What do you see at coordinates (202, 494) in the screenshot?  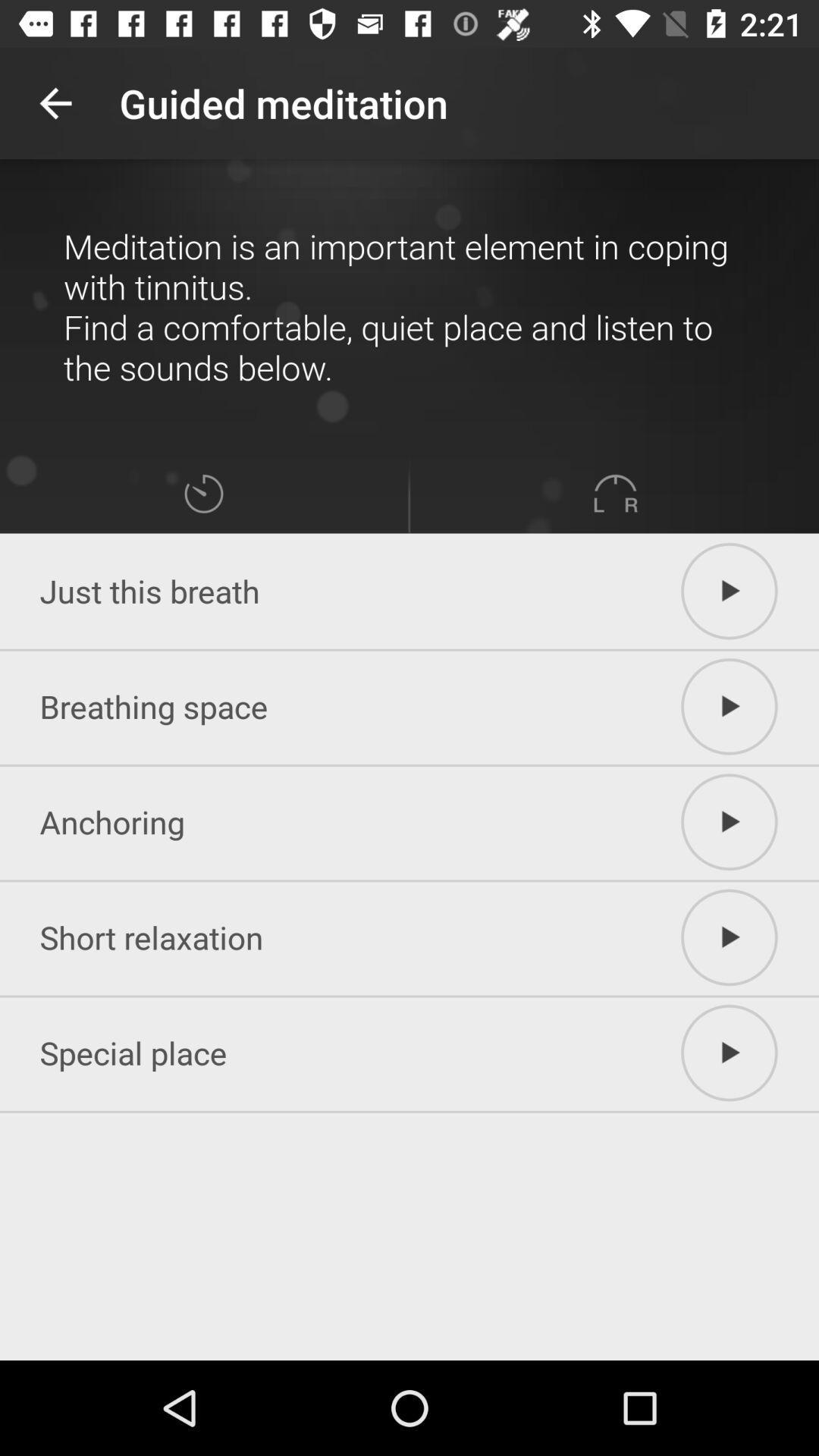 I see `sort by time` at bounding box center [202, 494].